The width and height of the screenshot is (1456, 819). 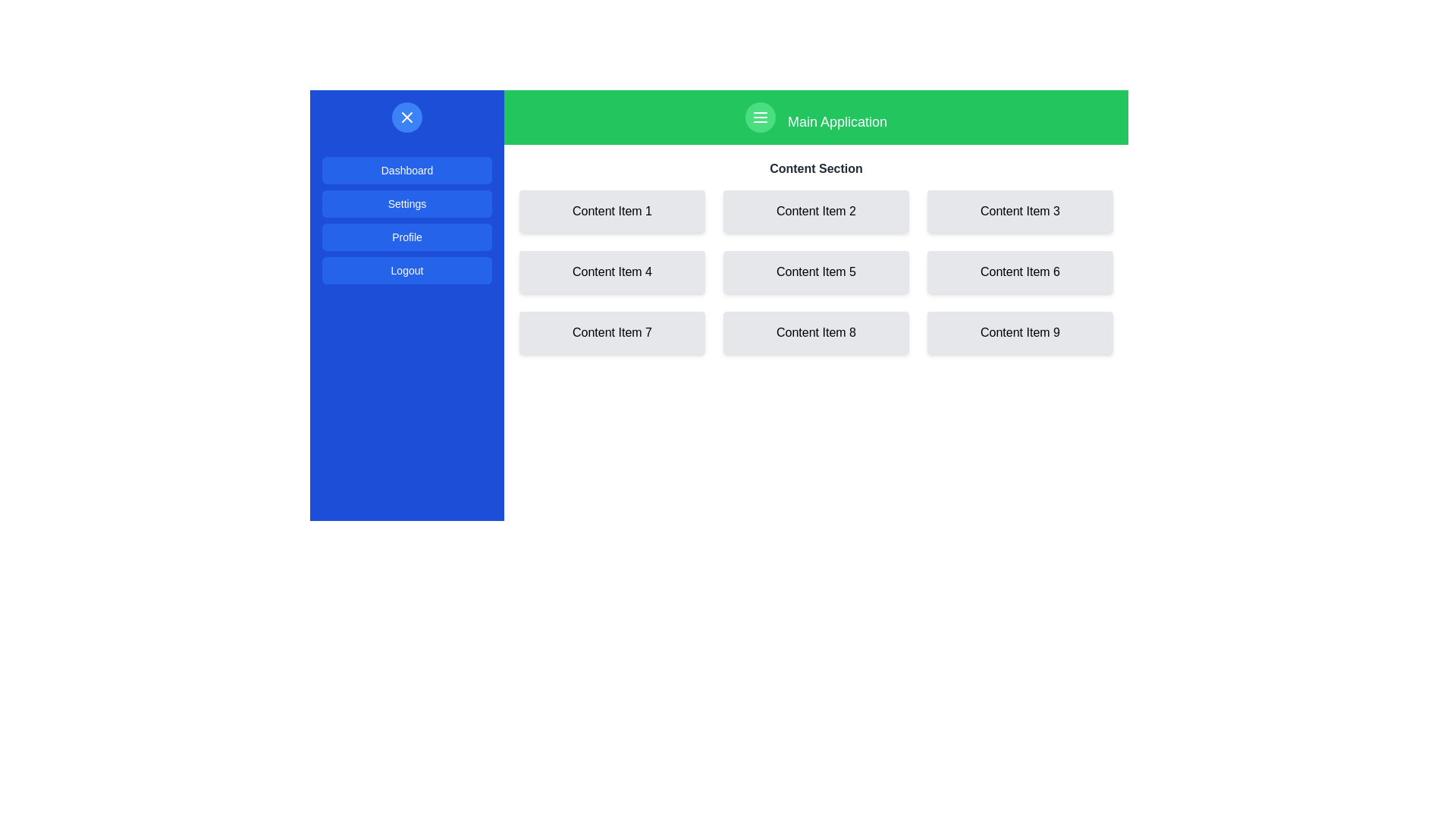 I want to click on the menu icon located on the header bar at the top of the application interface, so click(x=815, y=116).